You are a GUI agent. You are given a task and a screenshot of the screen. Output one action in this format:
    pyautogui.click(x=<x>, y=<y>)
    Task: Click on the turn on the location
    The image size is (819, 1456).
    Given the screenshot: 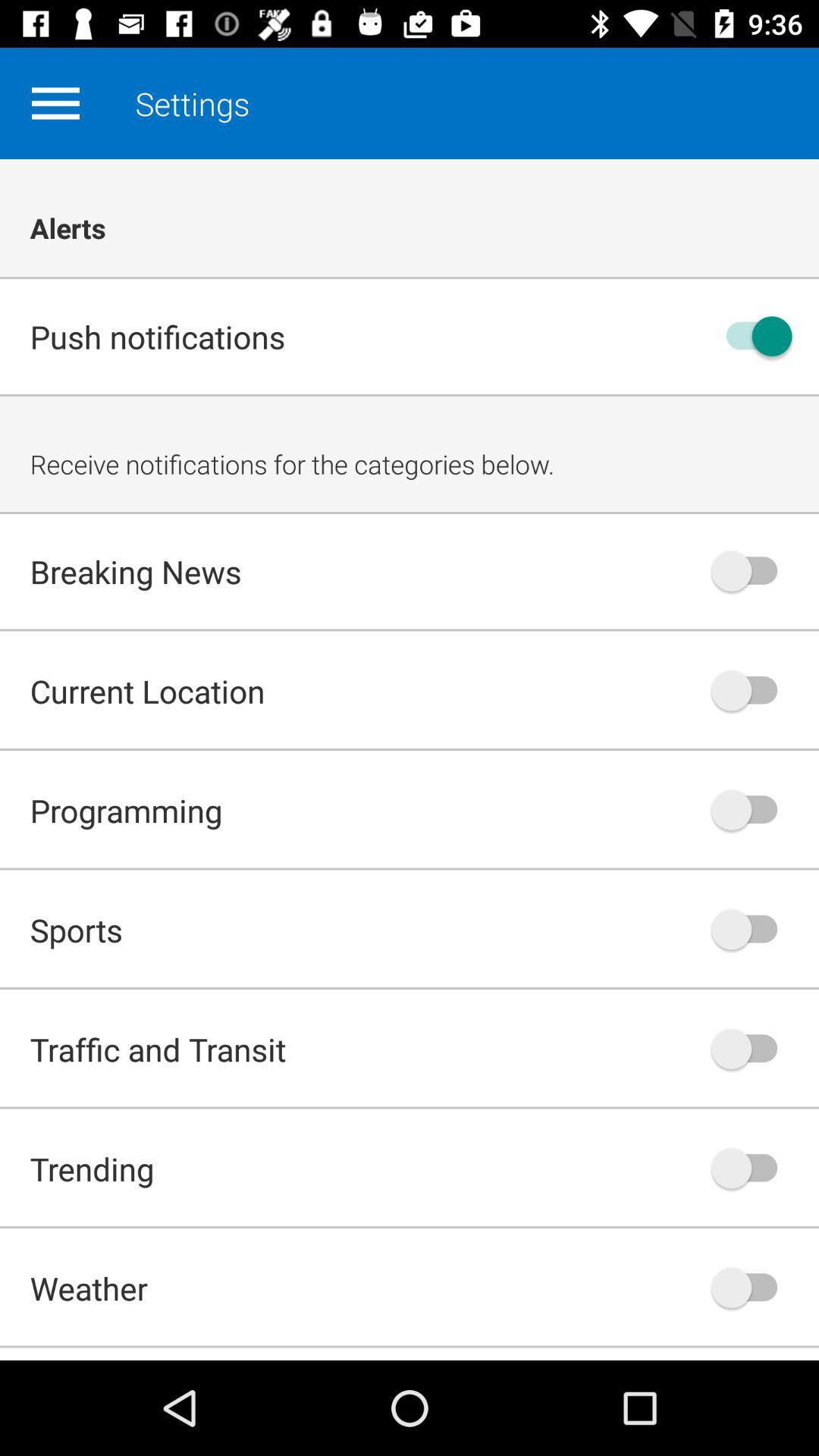 What is the action you would take?
    pyautogui.click(x=752, y=689)
    